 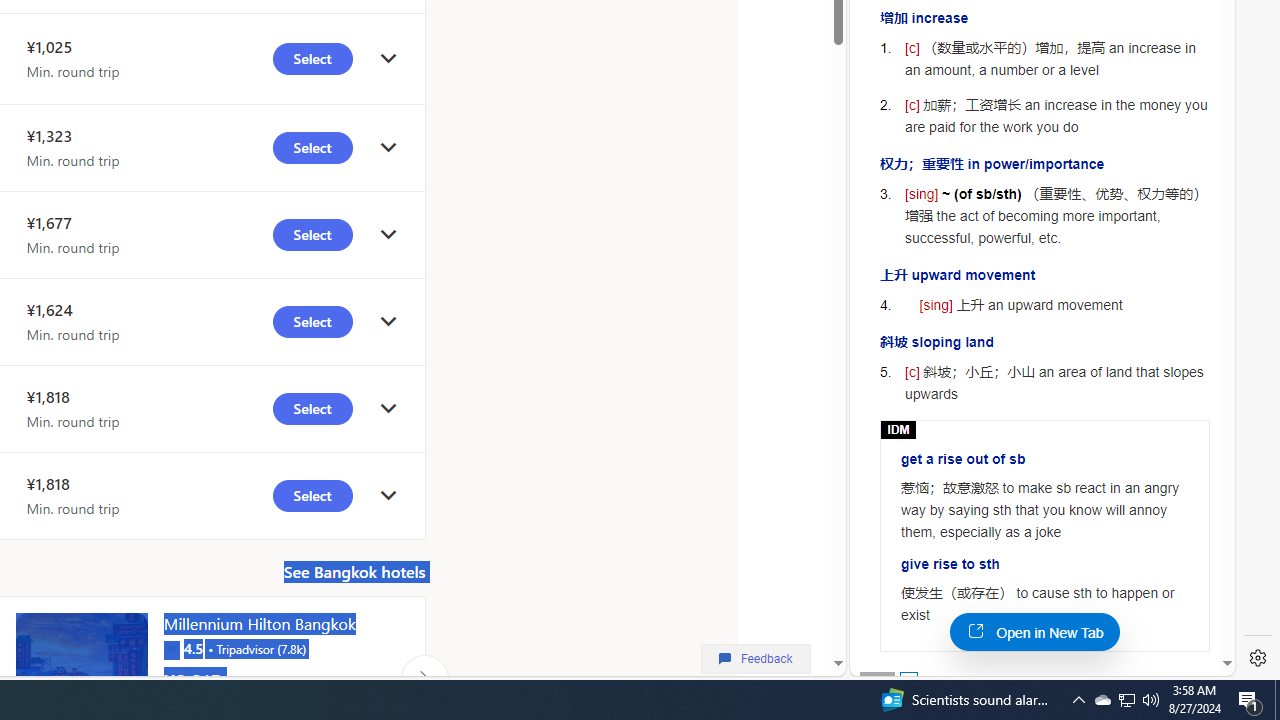 What do you see at coordinates (388, 495) in the screenshot?
I see `'click to get details'` at bounding box center [388, 495].